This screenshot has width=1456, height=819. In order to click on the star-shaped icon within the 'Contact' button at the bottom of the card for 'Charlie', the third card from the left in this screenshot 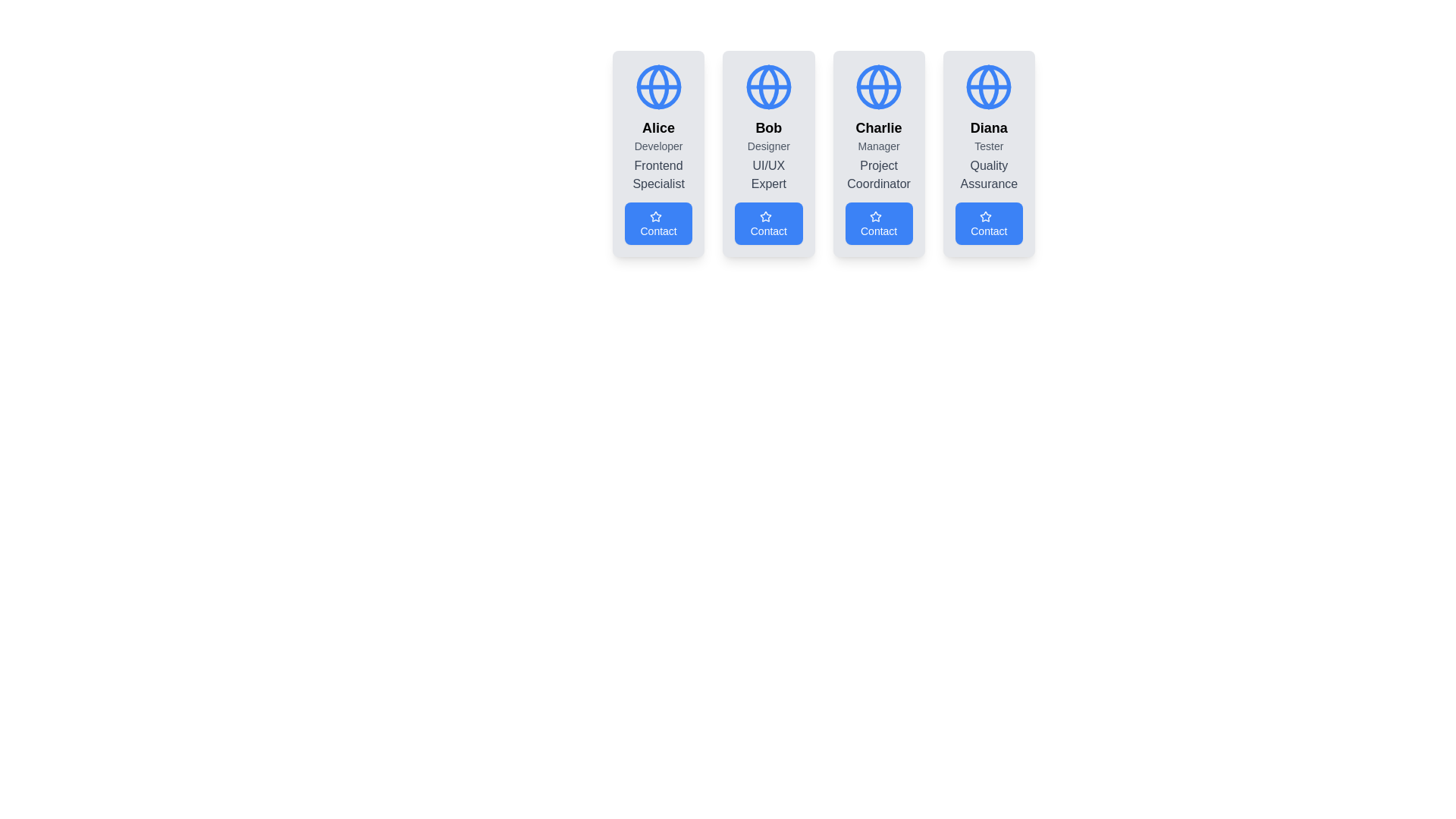, I will do `click(876, 217)`.